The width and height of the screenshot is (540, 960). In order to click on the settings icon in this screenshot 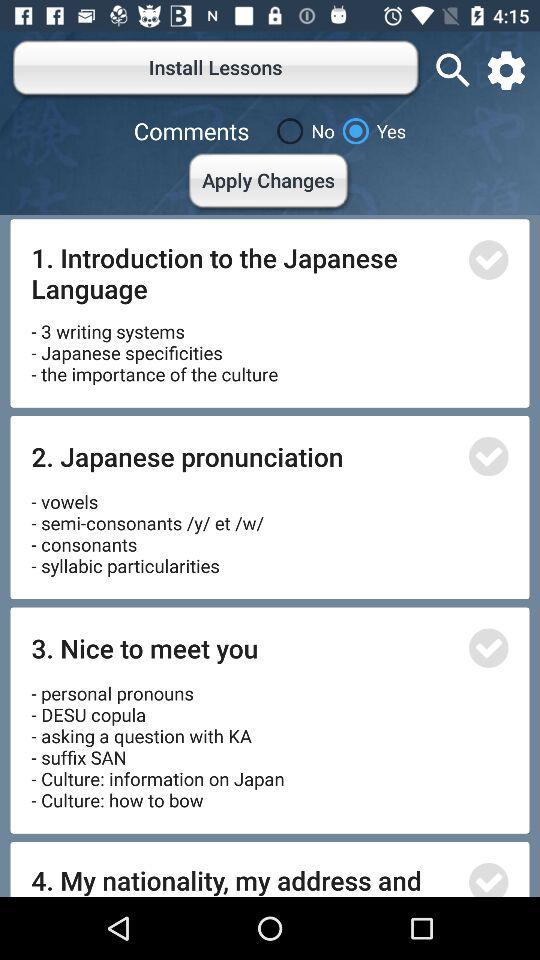, I will do `click(505, 70)`.